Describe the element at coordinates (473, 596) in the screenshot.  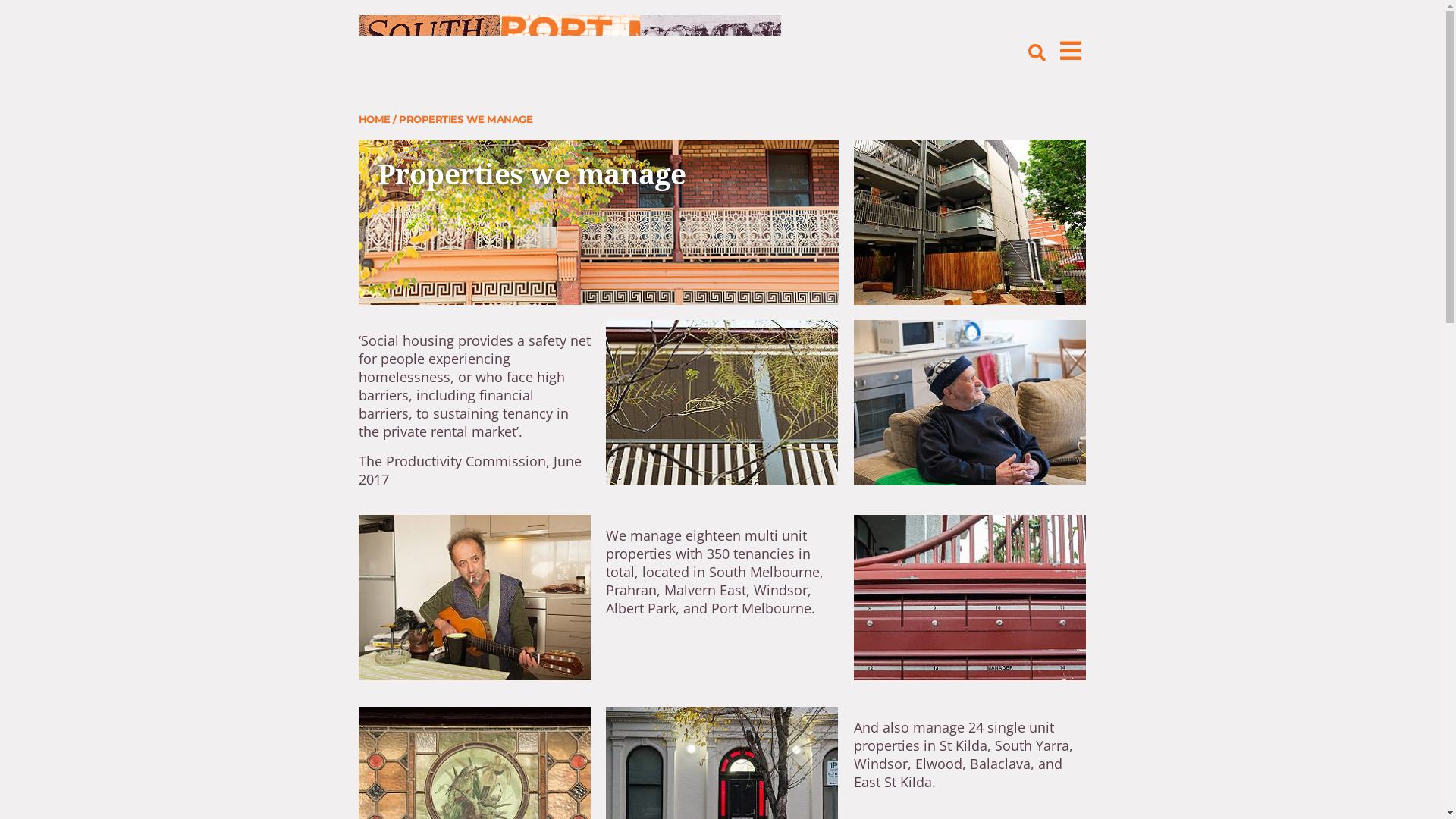
I see `'properties_4'` at that location.